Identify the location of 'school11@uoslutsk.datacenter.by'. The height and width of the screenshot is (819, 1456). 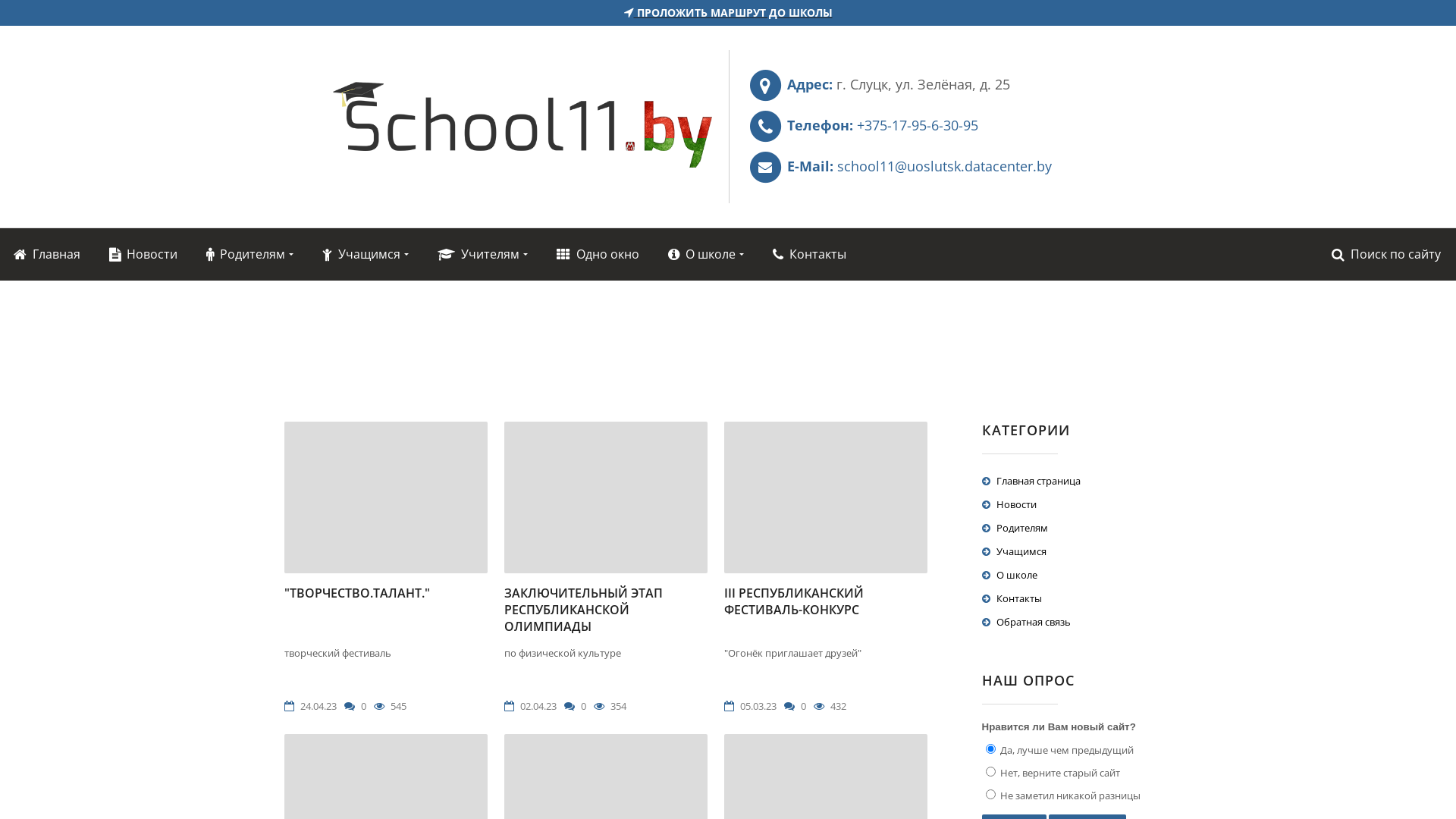
(943, 166).